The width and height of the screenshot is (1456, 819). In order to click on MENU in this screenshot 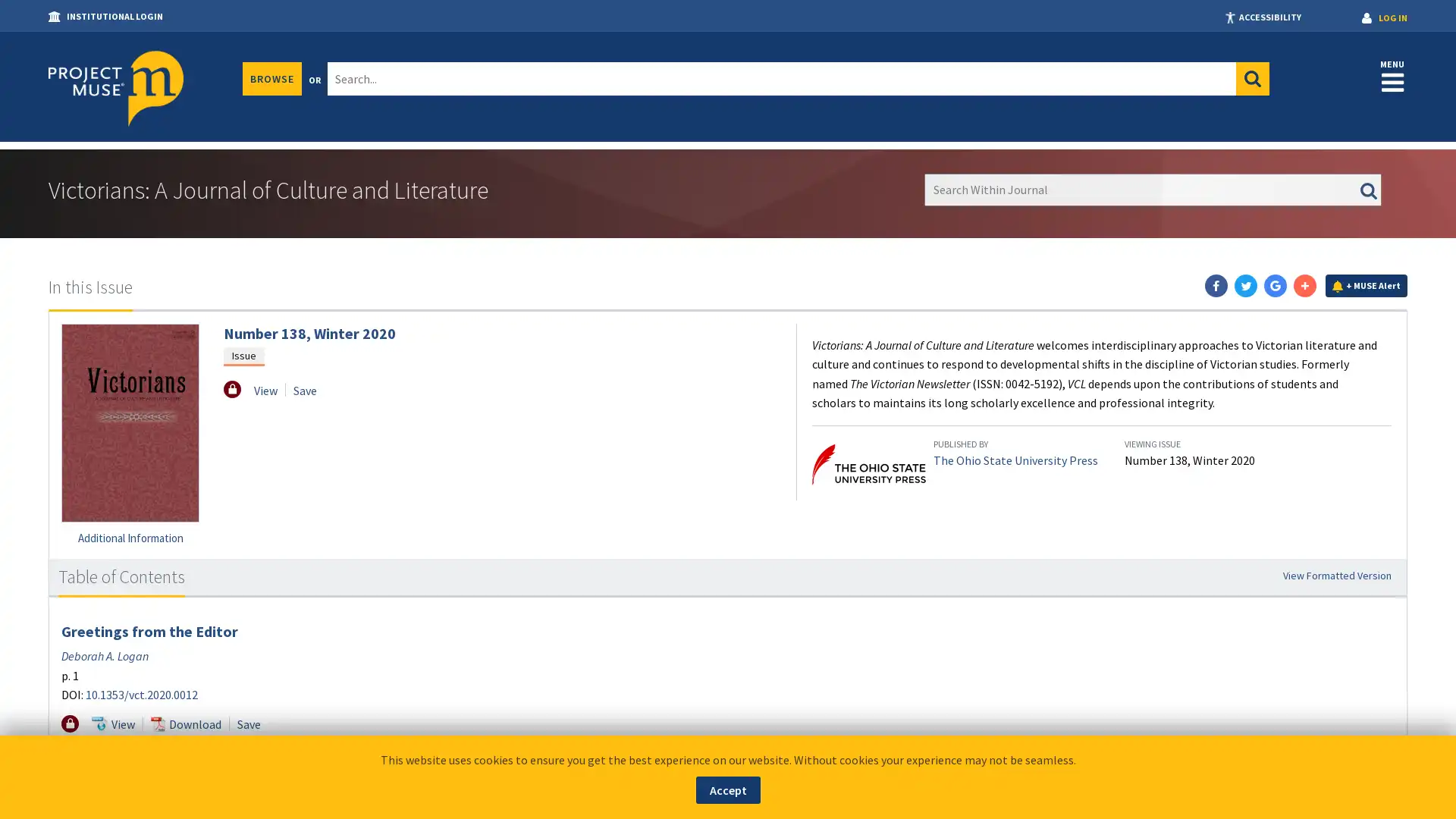, I will do `click(1392, 75)`.